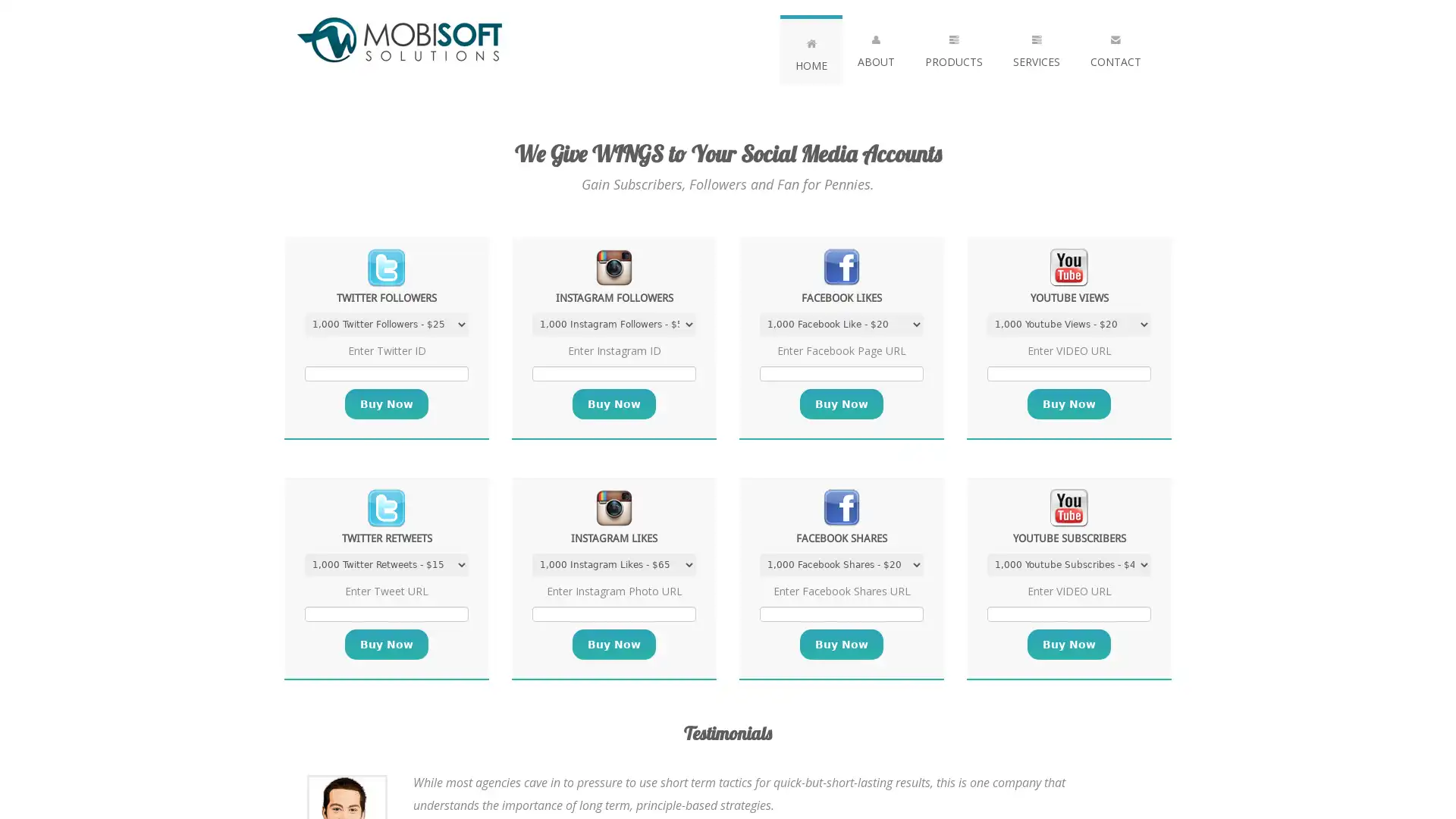  What do you see at coordinates (840, 403) in the screenshot?
I see `Buy Now` at bounding box center [840, 403].